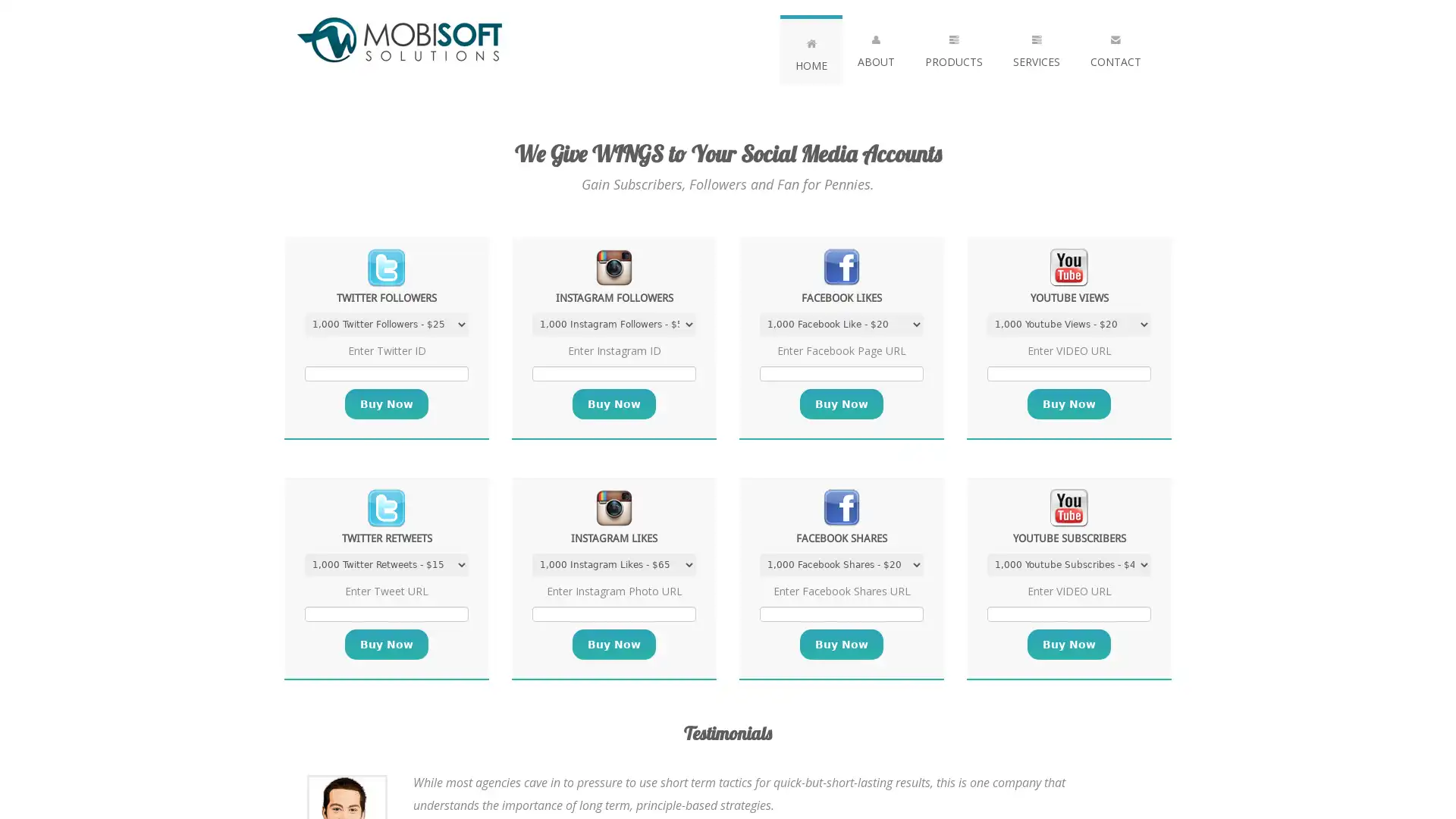  What do you see at coordinates (840, 403) in the screenshot?
I see `Buy Now` at bounding box center [840, 403].